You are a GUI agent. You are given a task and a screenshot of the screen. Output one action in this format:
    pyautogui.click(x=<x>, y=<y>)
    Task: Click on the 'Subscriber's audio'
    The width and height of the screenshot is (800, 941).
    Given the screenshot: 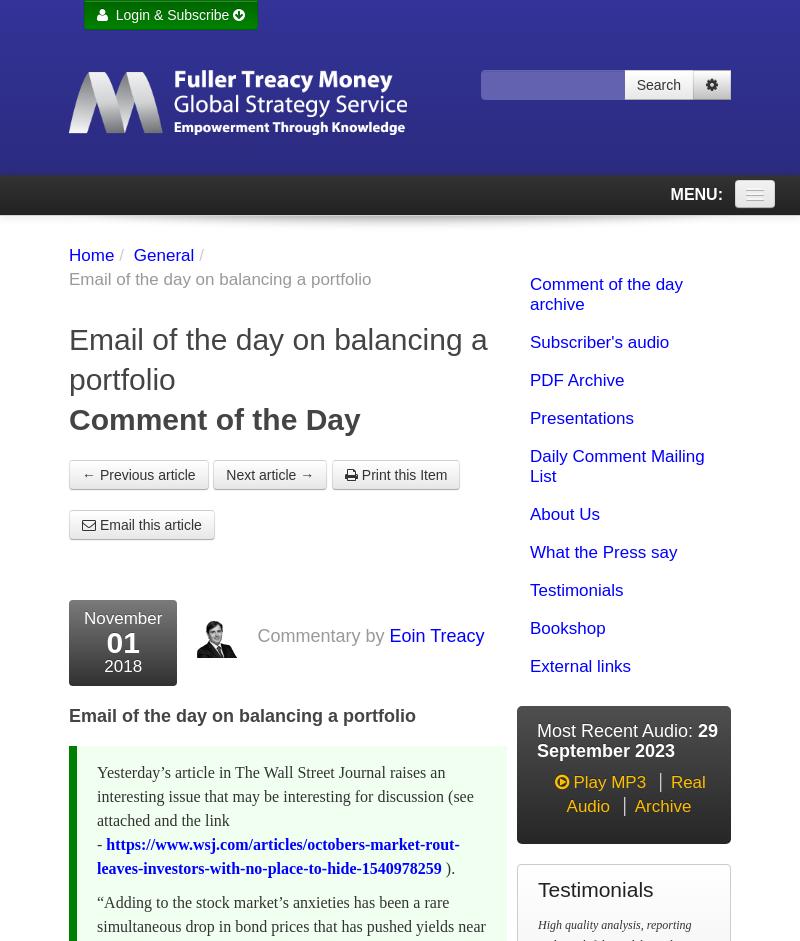 What is the action you would take?
    pyautogui.click(x=529, y=341)
    